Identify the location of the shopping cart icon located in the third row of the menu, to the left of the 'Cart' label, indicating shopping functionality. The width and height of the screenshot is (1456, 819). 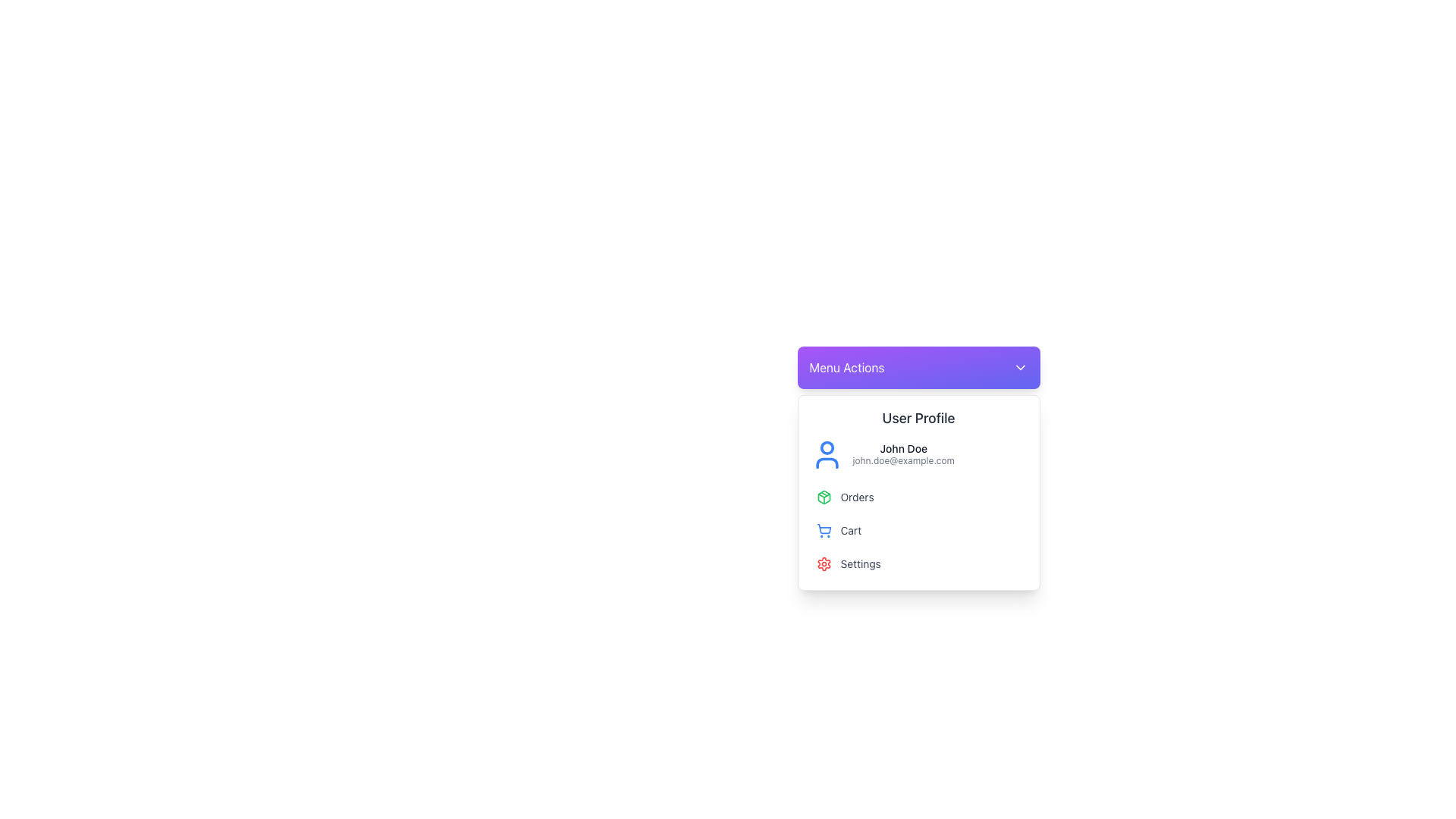
(823, 528).